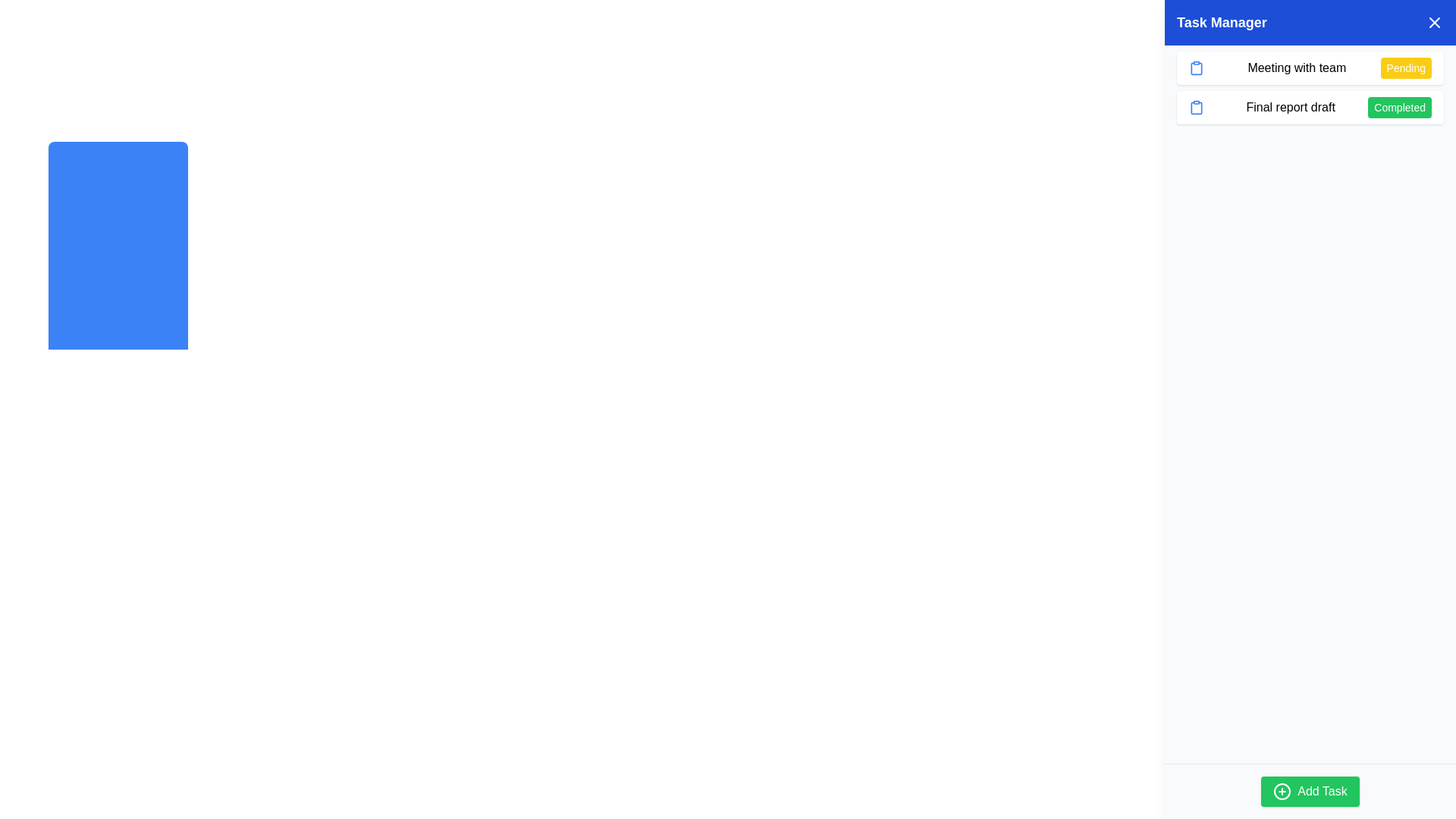  What do you see at coordinates (1222, 23) in the screenshot?
I see `the task management title label located at the upper left of the header bar` at bounding box center [1222, 23].